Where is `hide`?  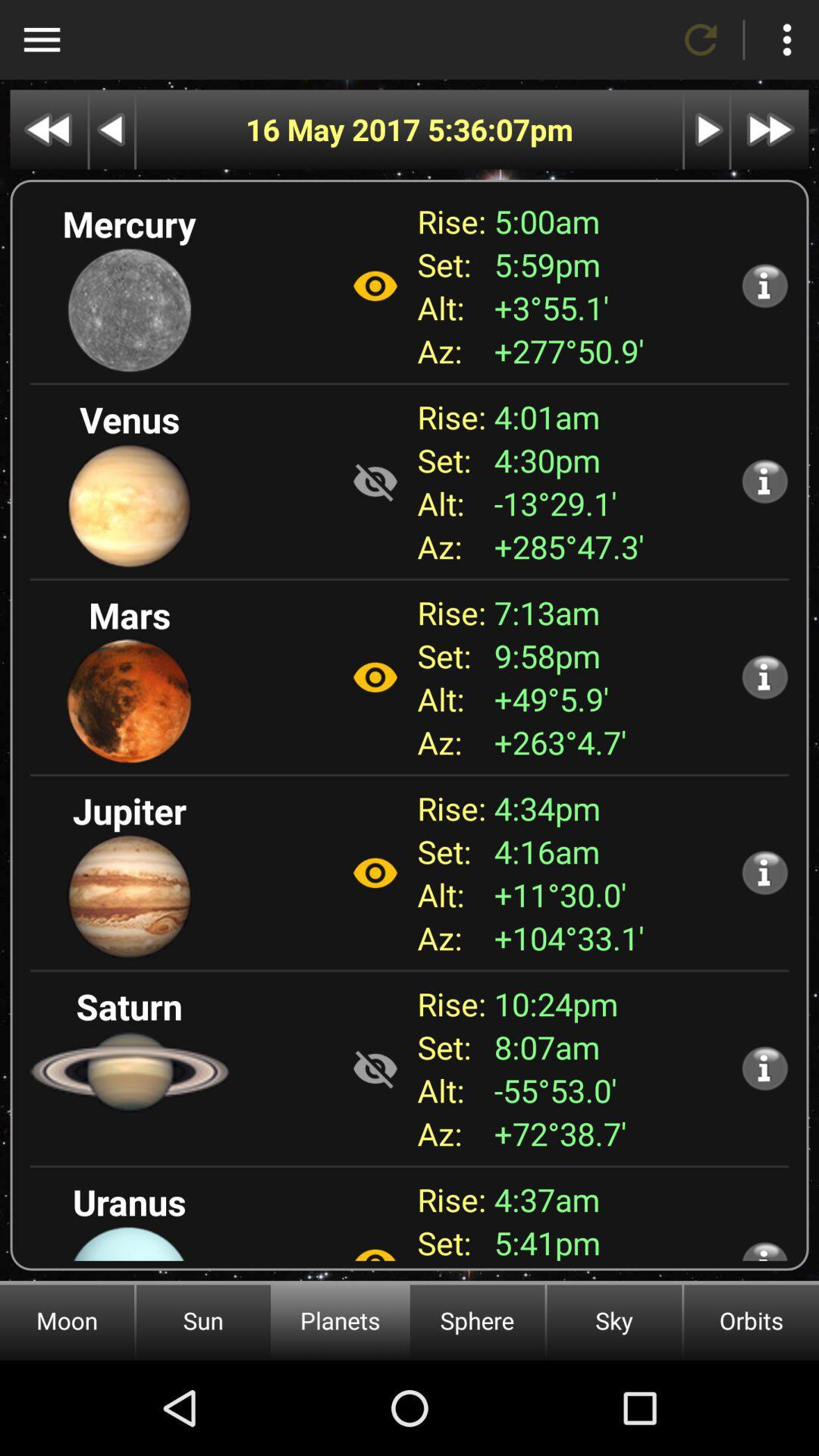 hide is located at coordinates (375, 1246).